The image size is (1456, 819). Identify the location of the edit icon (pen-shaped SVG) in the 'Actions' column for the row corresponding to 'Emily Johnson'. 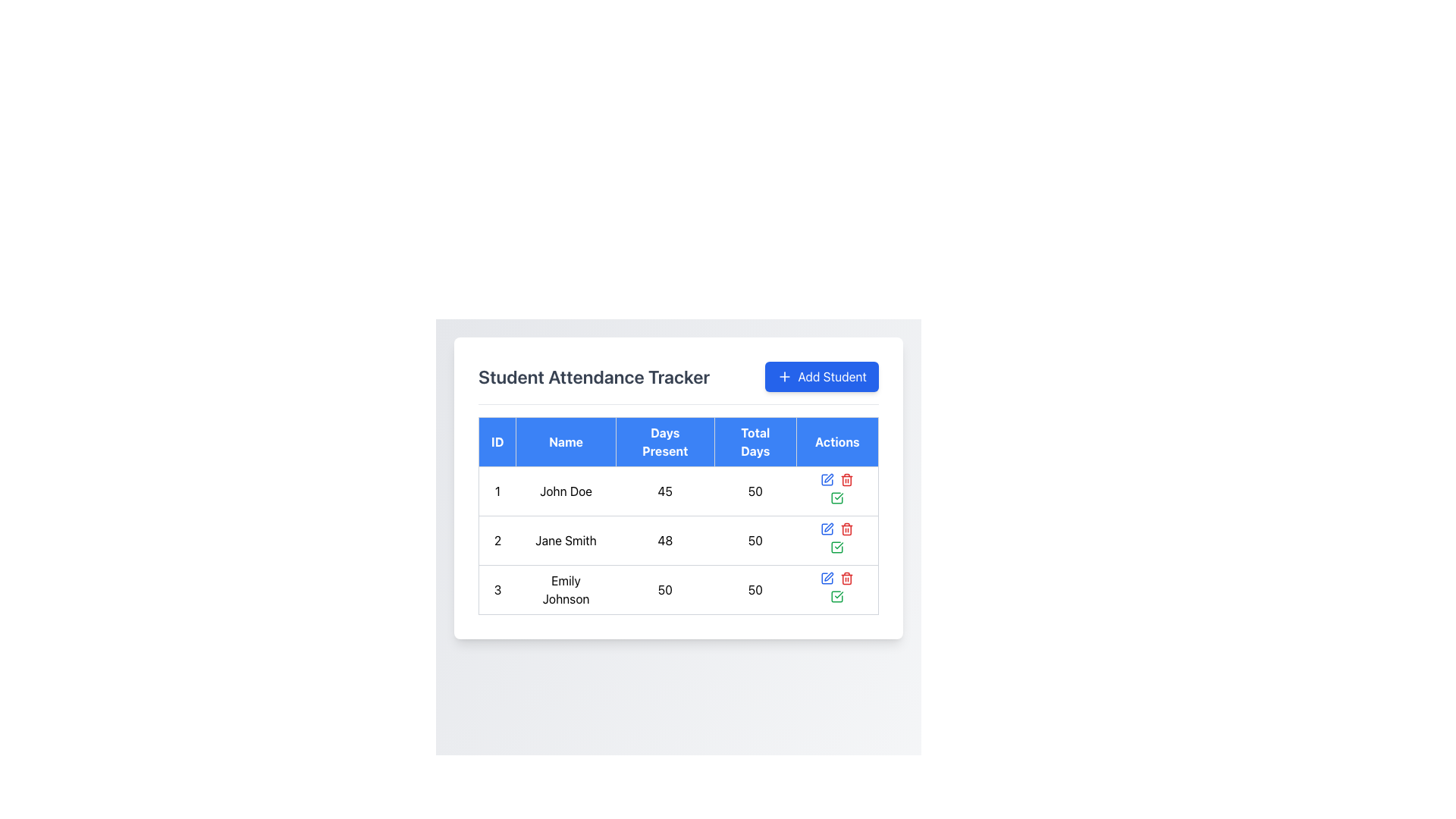
(827, 579).